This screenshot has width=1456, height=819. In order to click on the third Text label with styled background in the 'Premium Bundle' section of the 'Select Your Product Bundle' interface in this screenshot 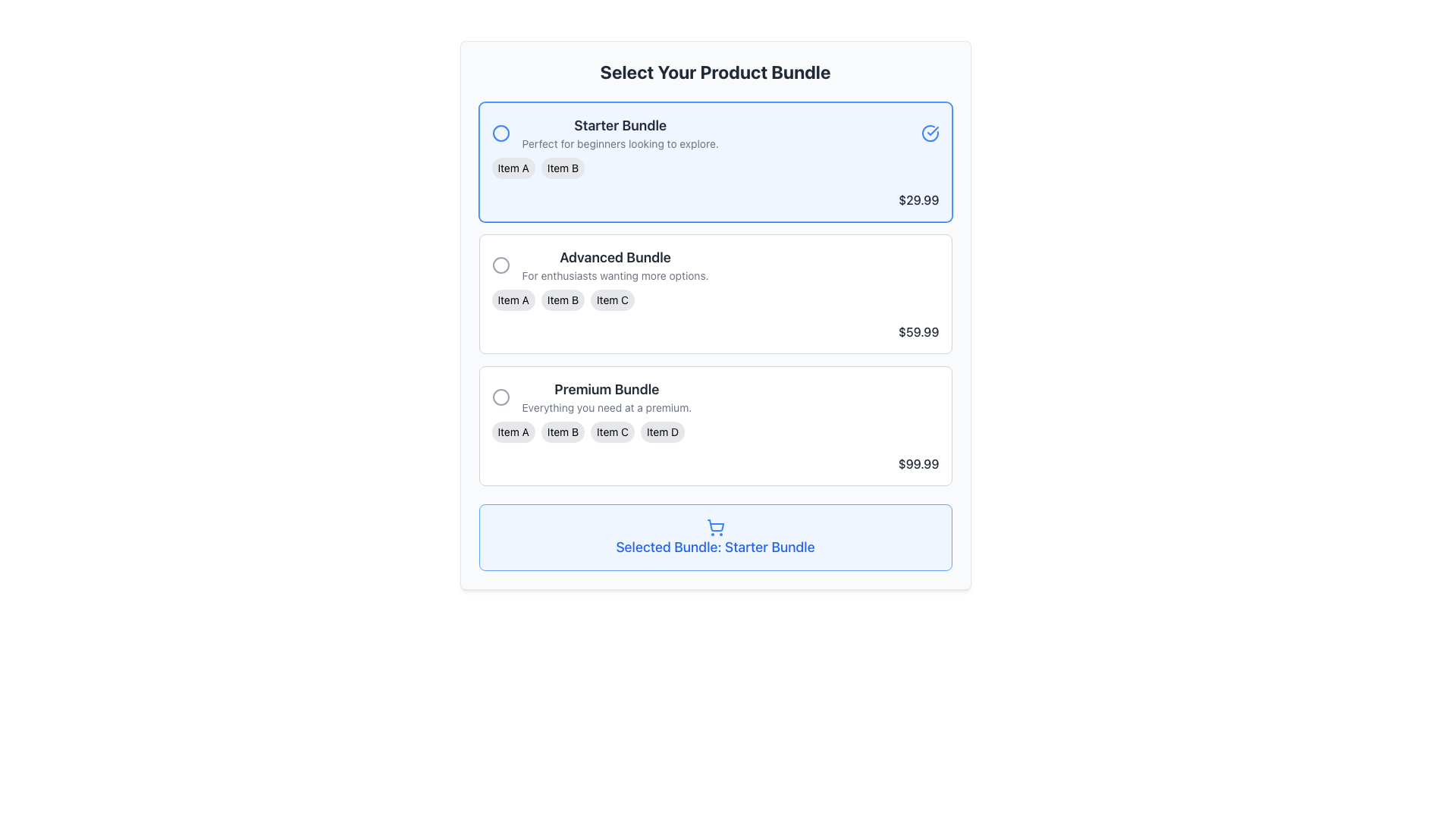, I will do `click(612, 432)`.